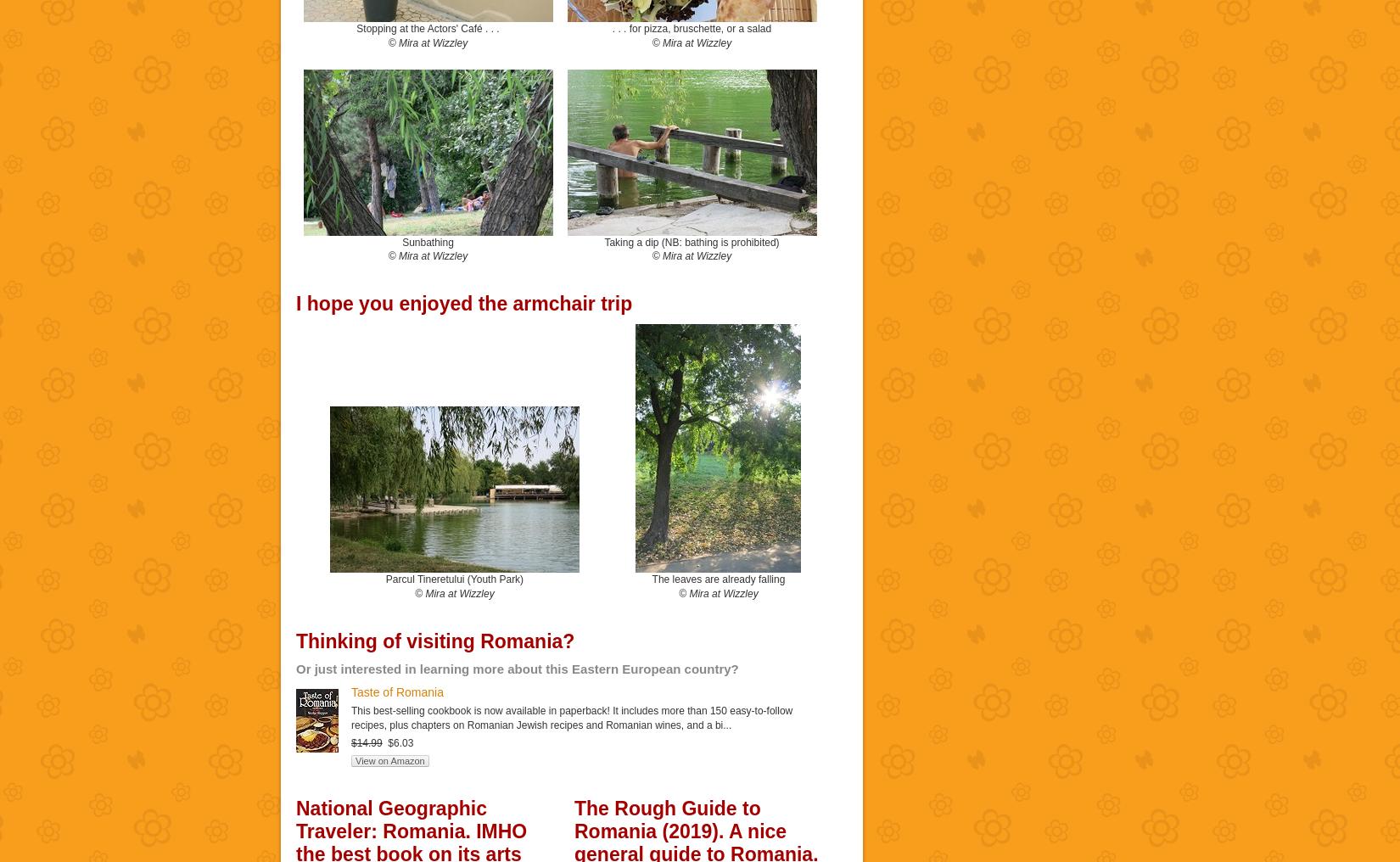  I want to click on 'Taking a dip (NB: bathing is prohibited)', so click(690, 240).